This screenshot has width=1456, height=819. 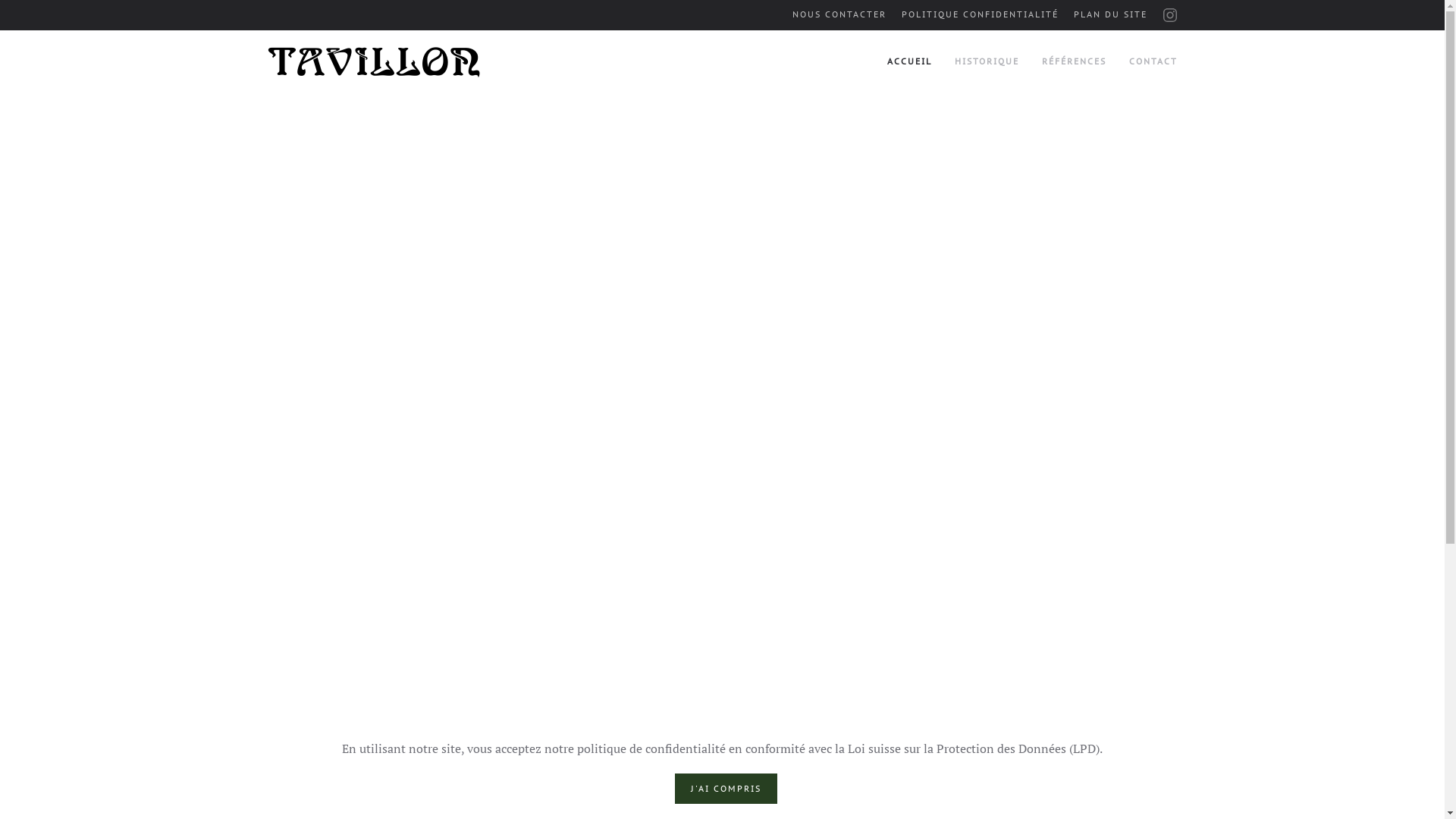 I want to click on 'TAVILLON', so click(x=374, y=61).